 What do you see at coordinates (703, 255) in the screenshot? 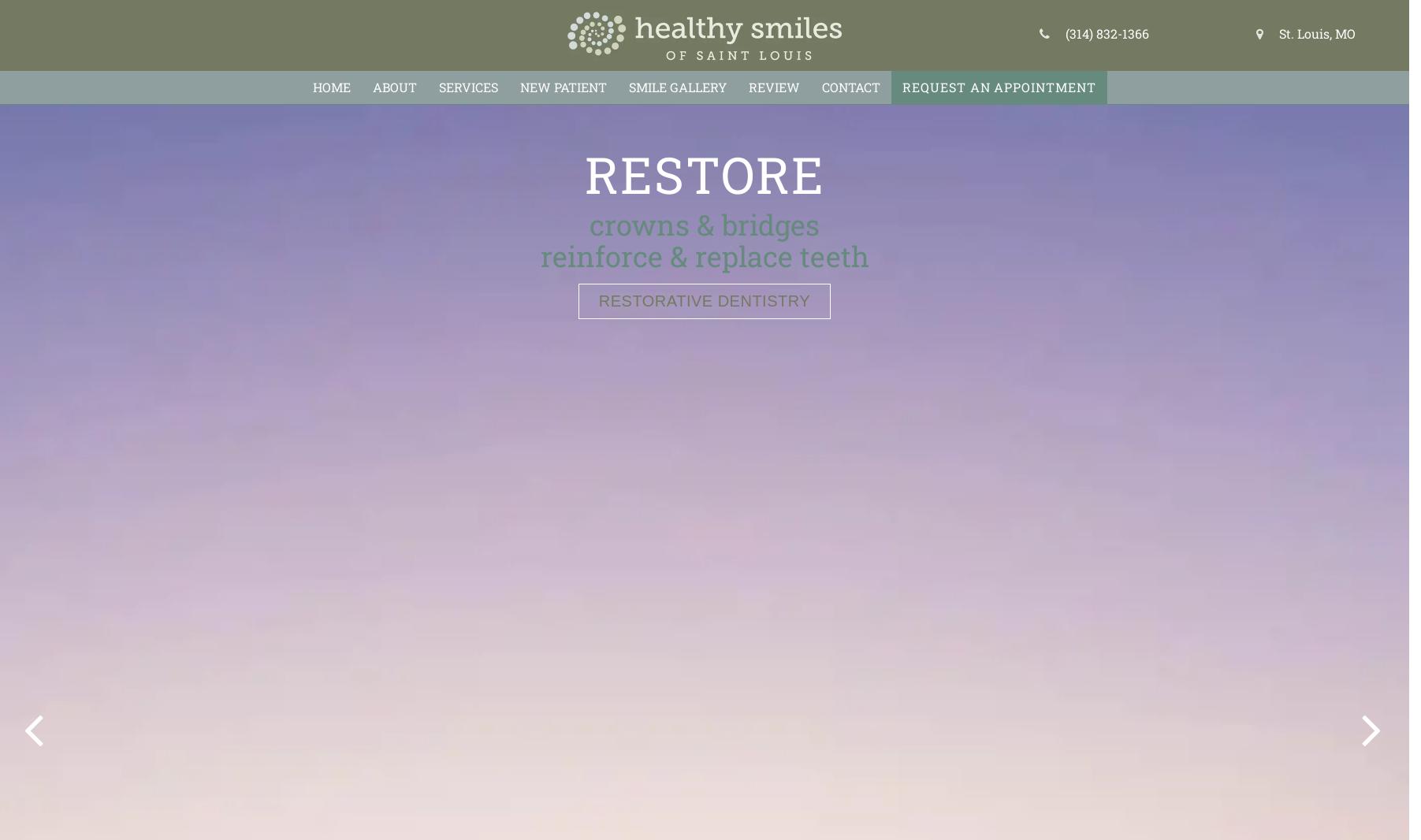
I see `'to life with dental implants.'` at bounding box center [703, 255].